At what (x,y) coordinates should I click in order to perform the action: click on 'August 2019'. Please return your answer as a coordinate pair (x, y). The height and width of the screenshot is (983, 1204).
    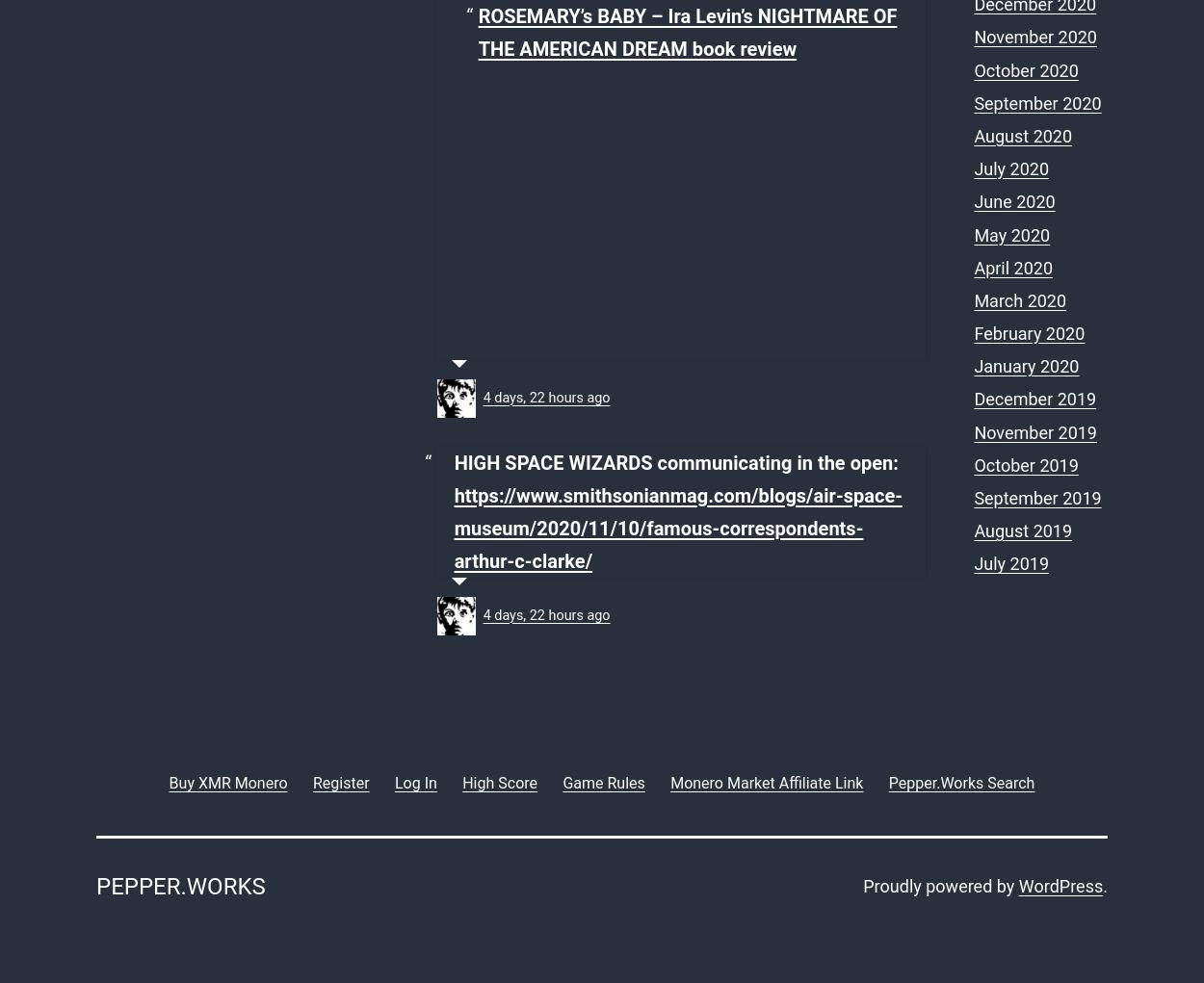
    Looking at the image, I should click on (1023, 530).